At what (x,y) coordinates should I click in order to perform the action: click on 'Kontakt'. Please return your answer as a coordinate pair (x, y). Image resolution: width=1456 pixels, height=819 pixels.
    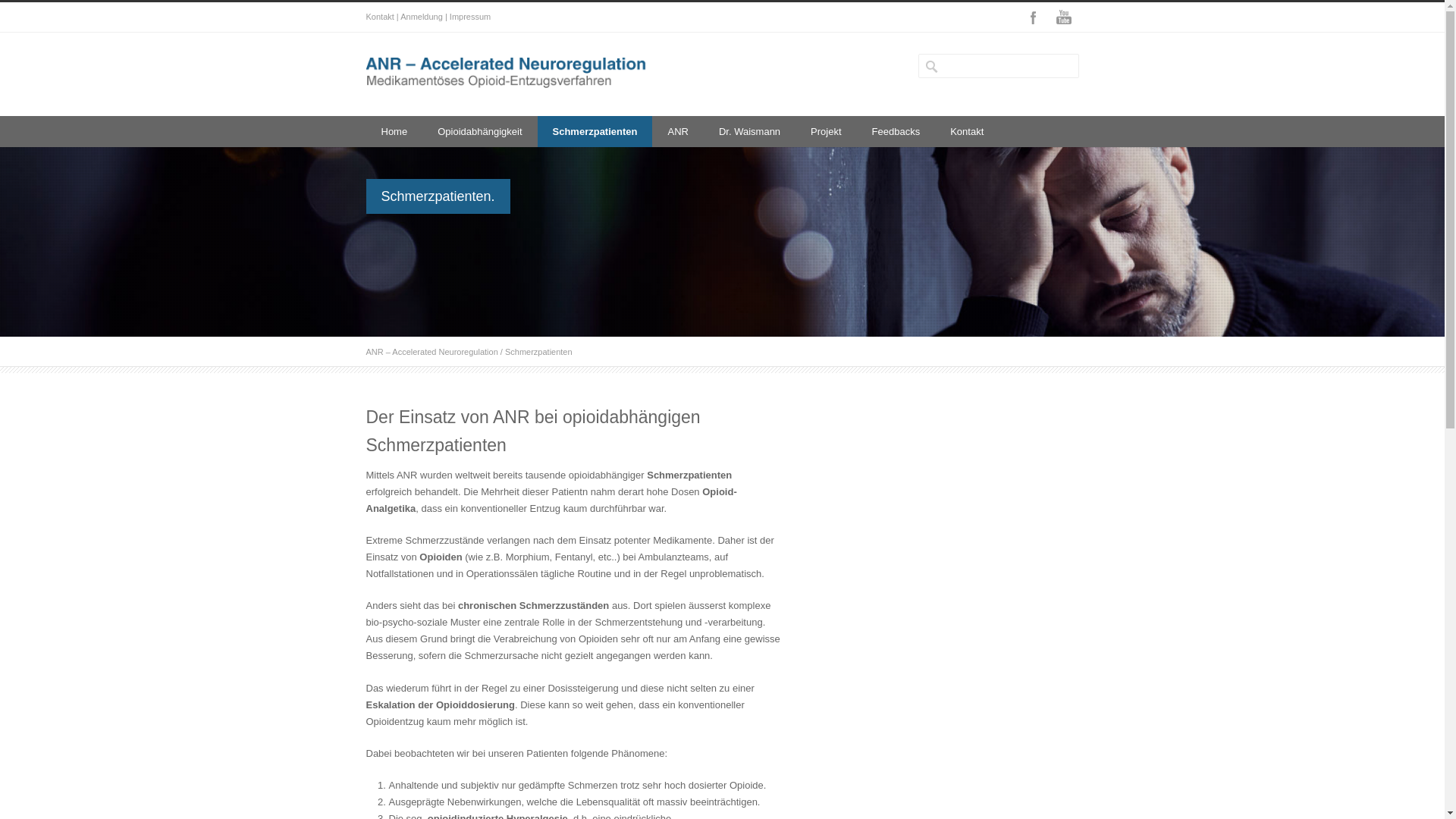
    Looking at the image, I should click on (934, 130).